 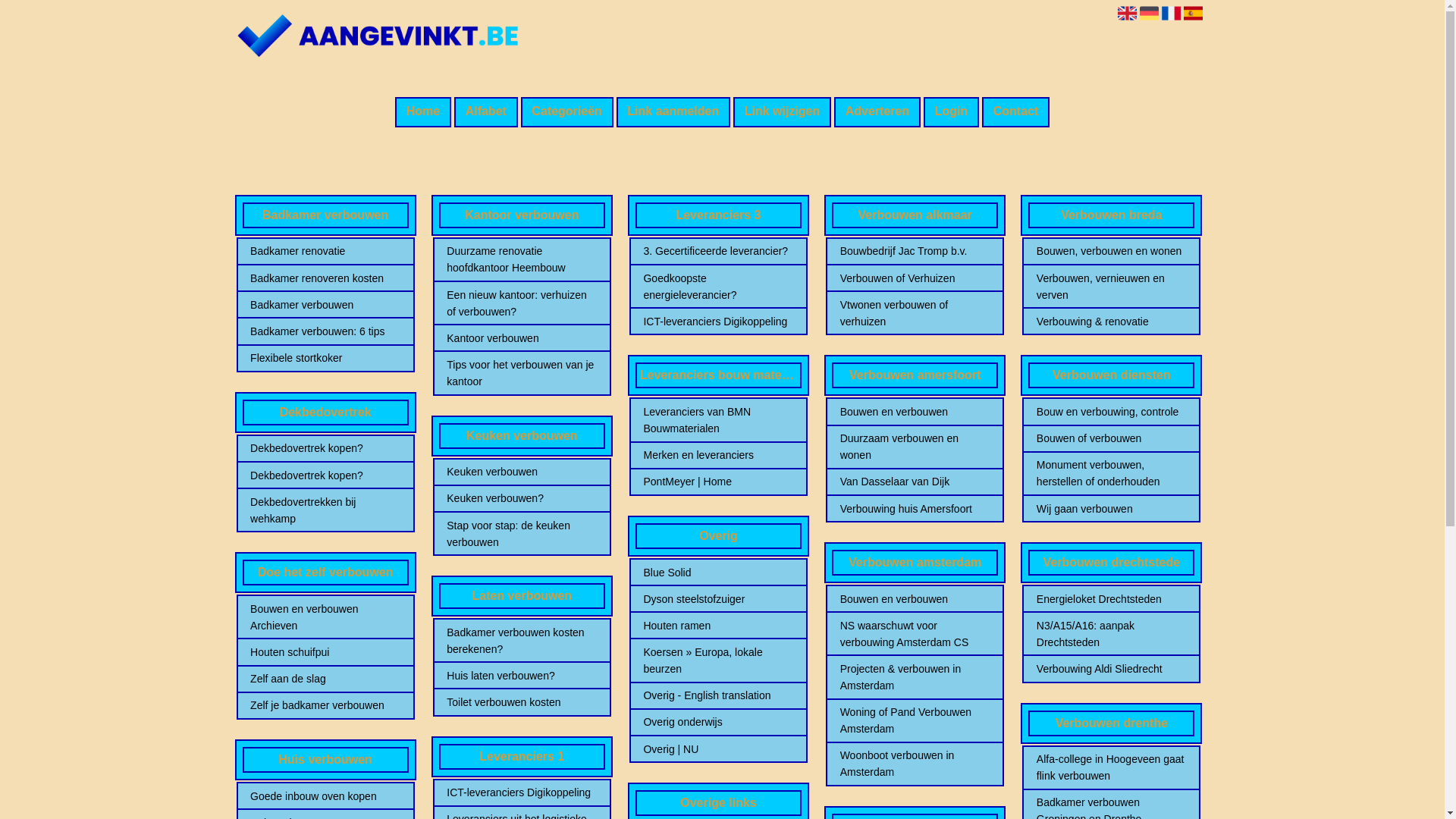 What do you see at coordinates (324, 278) in the screenshot?
I see `'Badkamer renoveren kosten'` at bounding box center [324, 278].